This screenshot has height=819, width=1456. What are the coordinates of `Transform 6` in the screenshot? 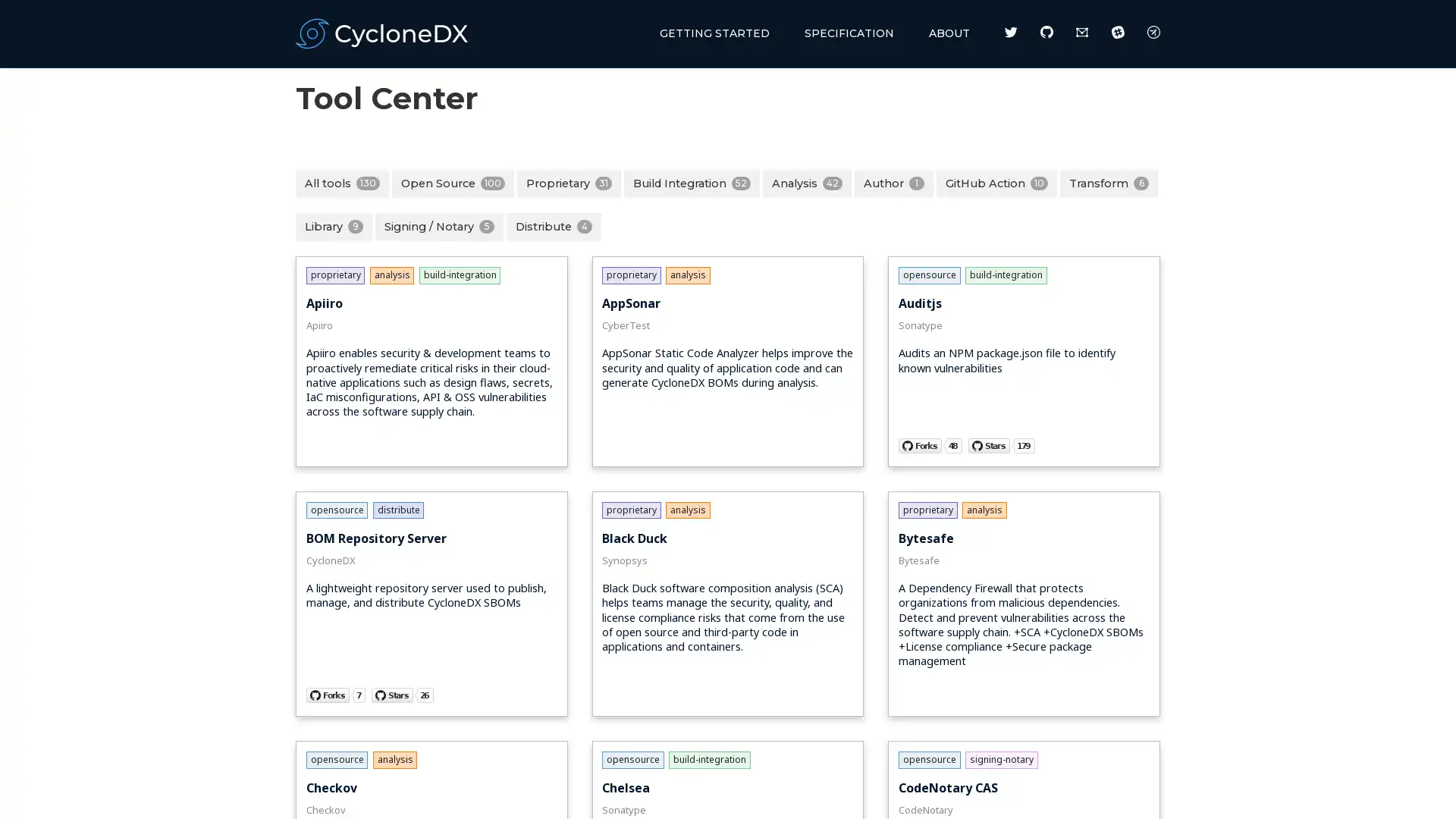 It's located at (1109, 182).